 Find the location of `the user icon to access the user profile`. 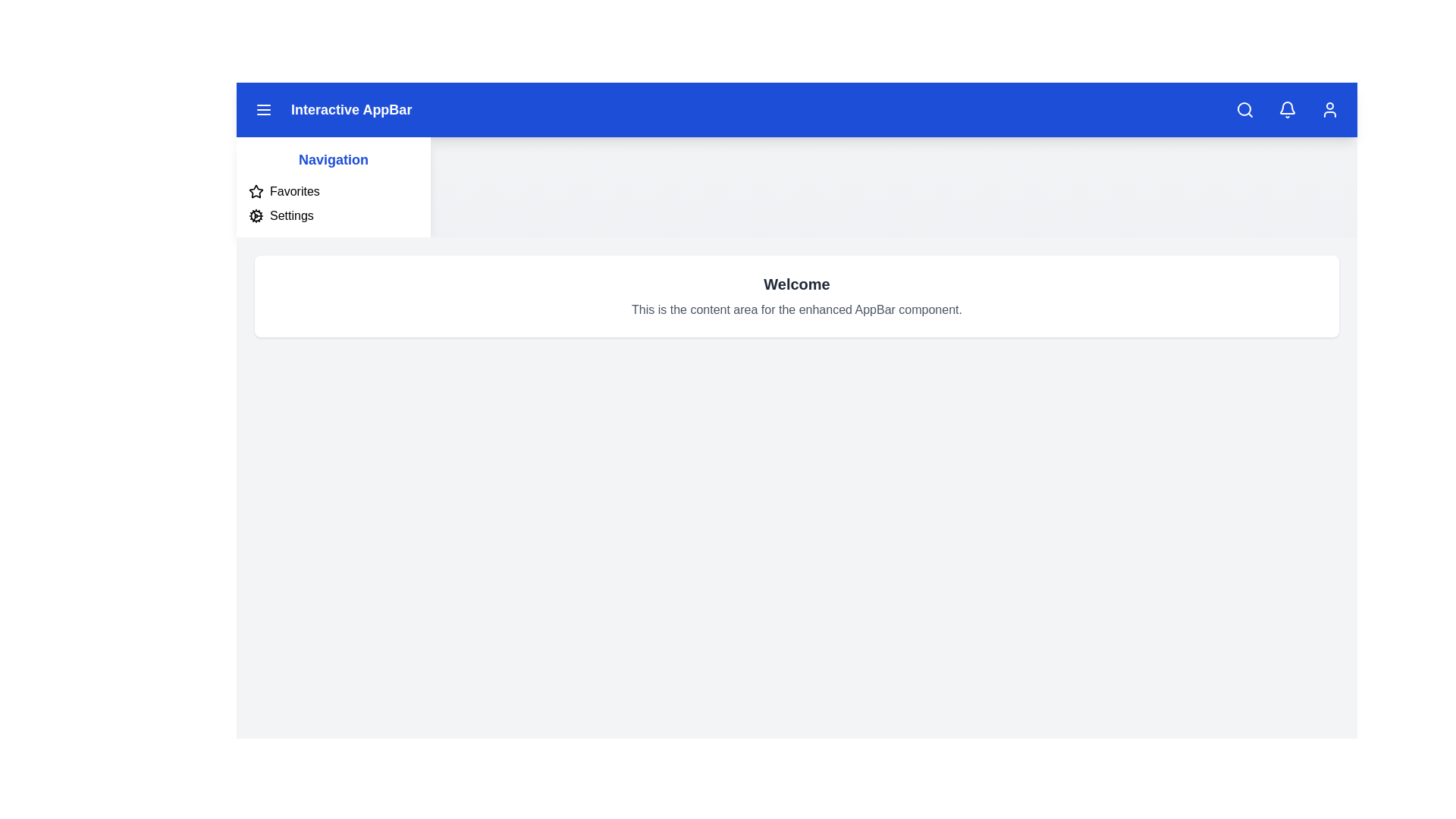

the user icon to access the user profile is located at coordinates (1329, 109).